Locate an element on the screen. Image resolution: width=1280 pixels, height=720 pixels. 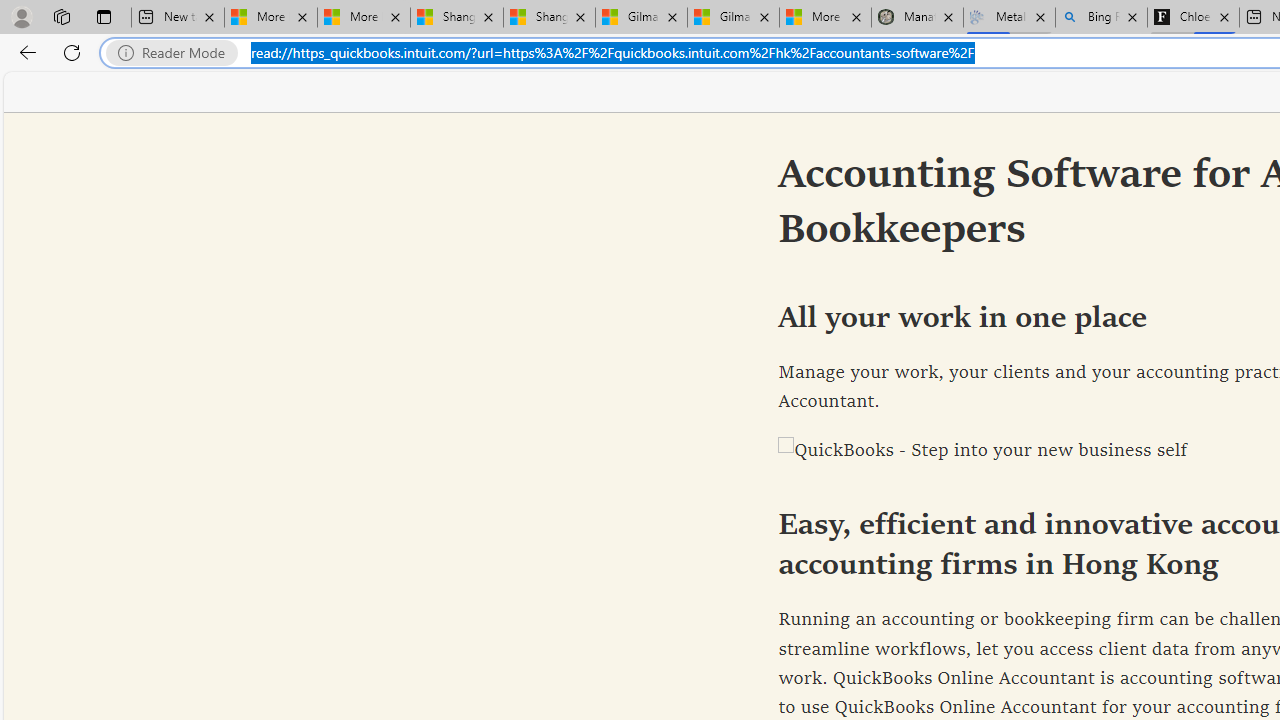
'Reader Mode' is located at coordinates (177, 52).